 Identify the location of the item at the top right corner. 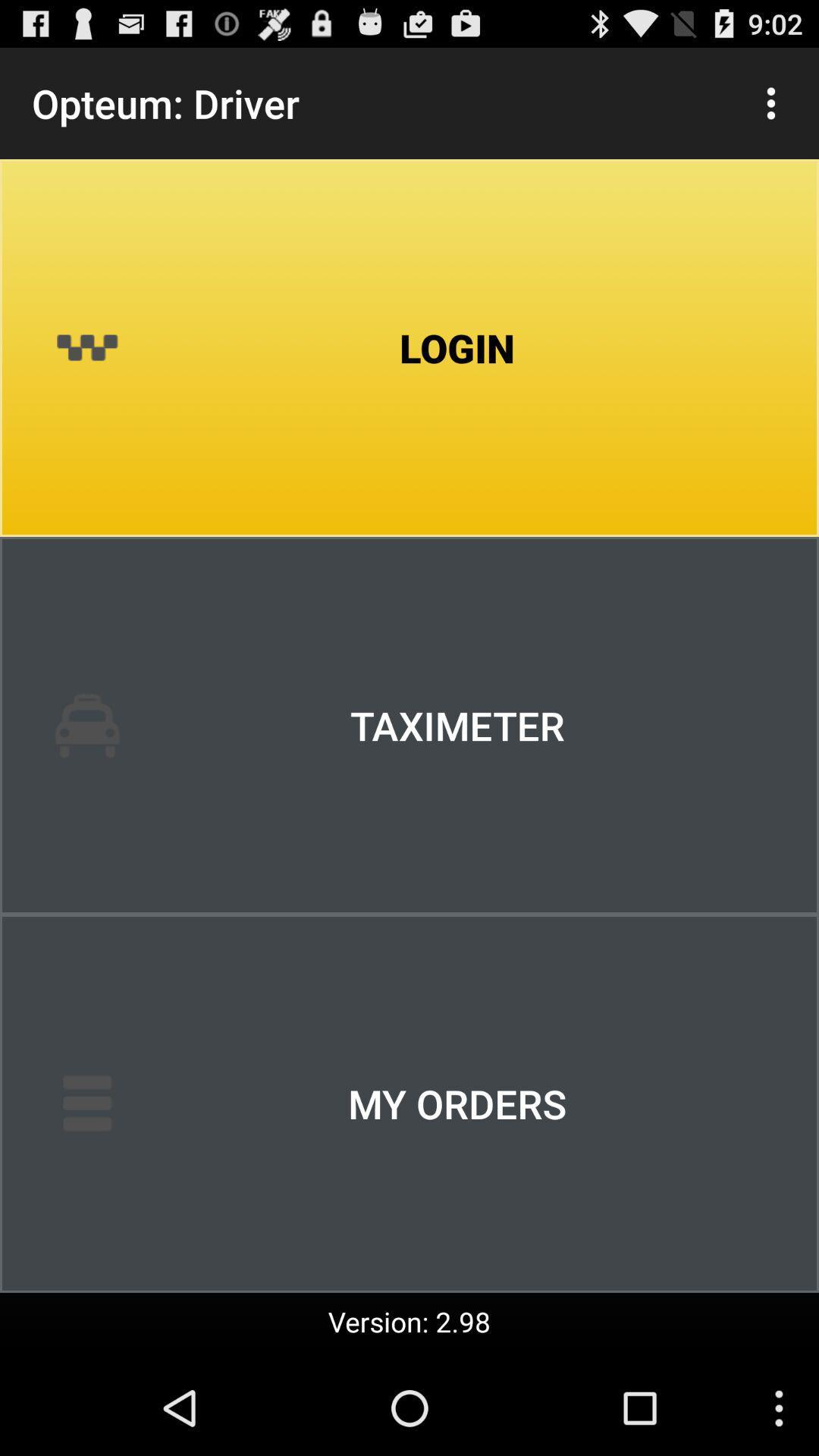
(771, 102).